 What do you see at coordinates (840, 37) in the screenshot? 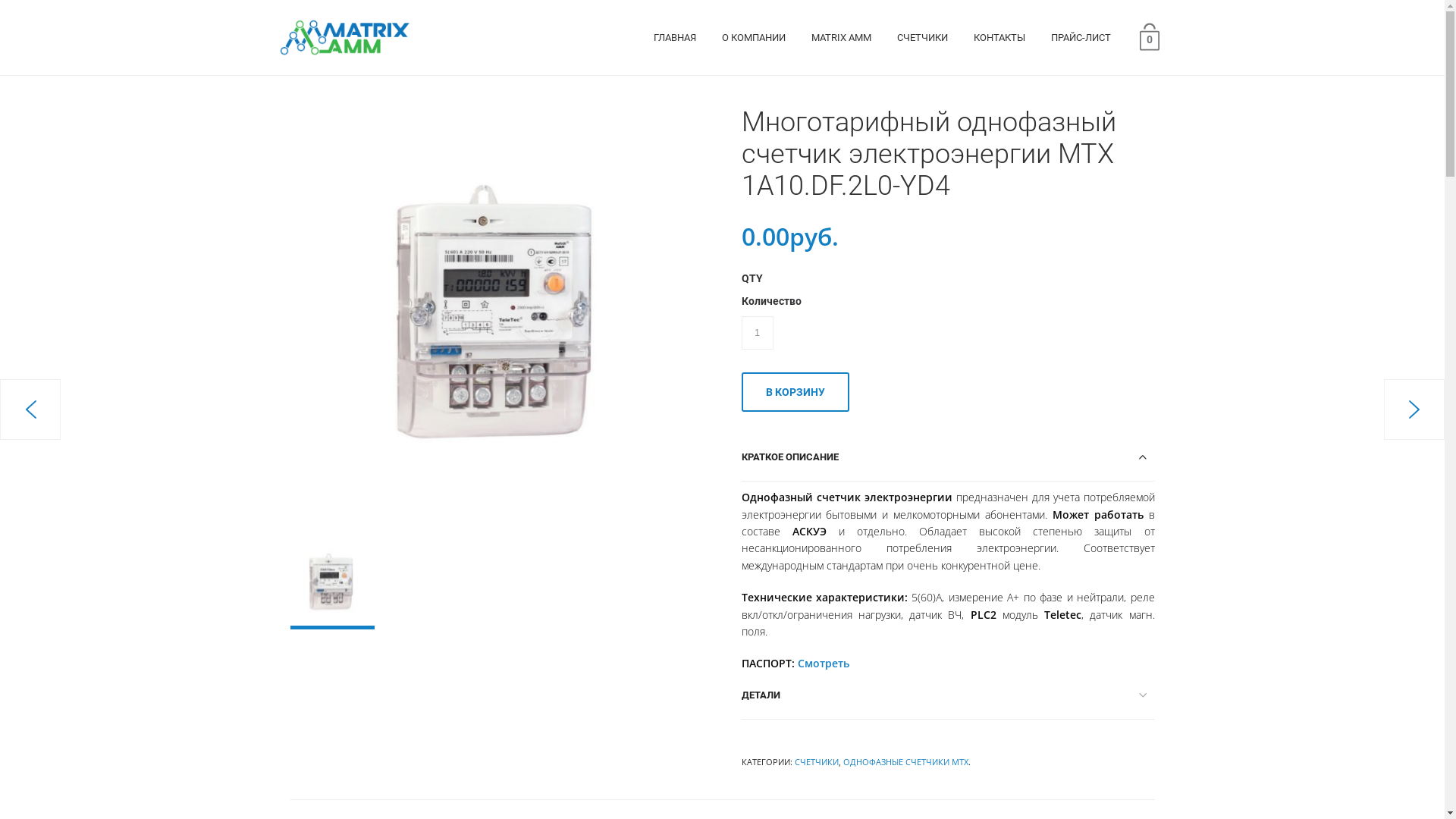
I see `'MATRIX AMM'` at bounding box center [840, 37].